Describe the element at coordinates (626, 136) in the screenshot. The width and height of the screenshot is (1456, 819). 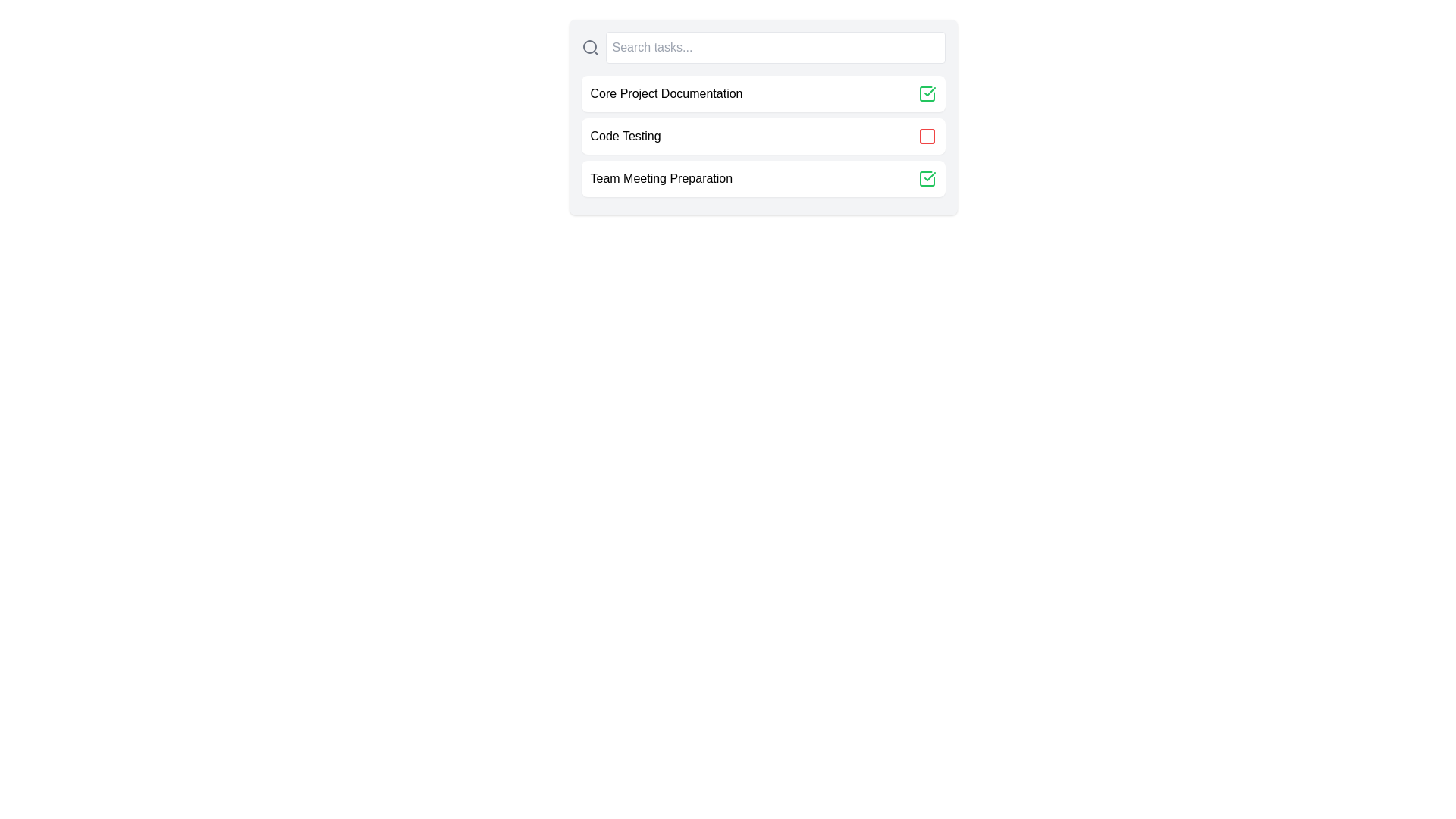
I see `the text of the task named Code Testing to select or highlight it` at that location.